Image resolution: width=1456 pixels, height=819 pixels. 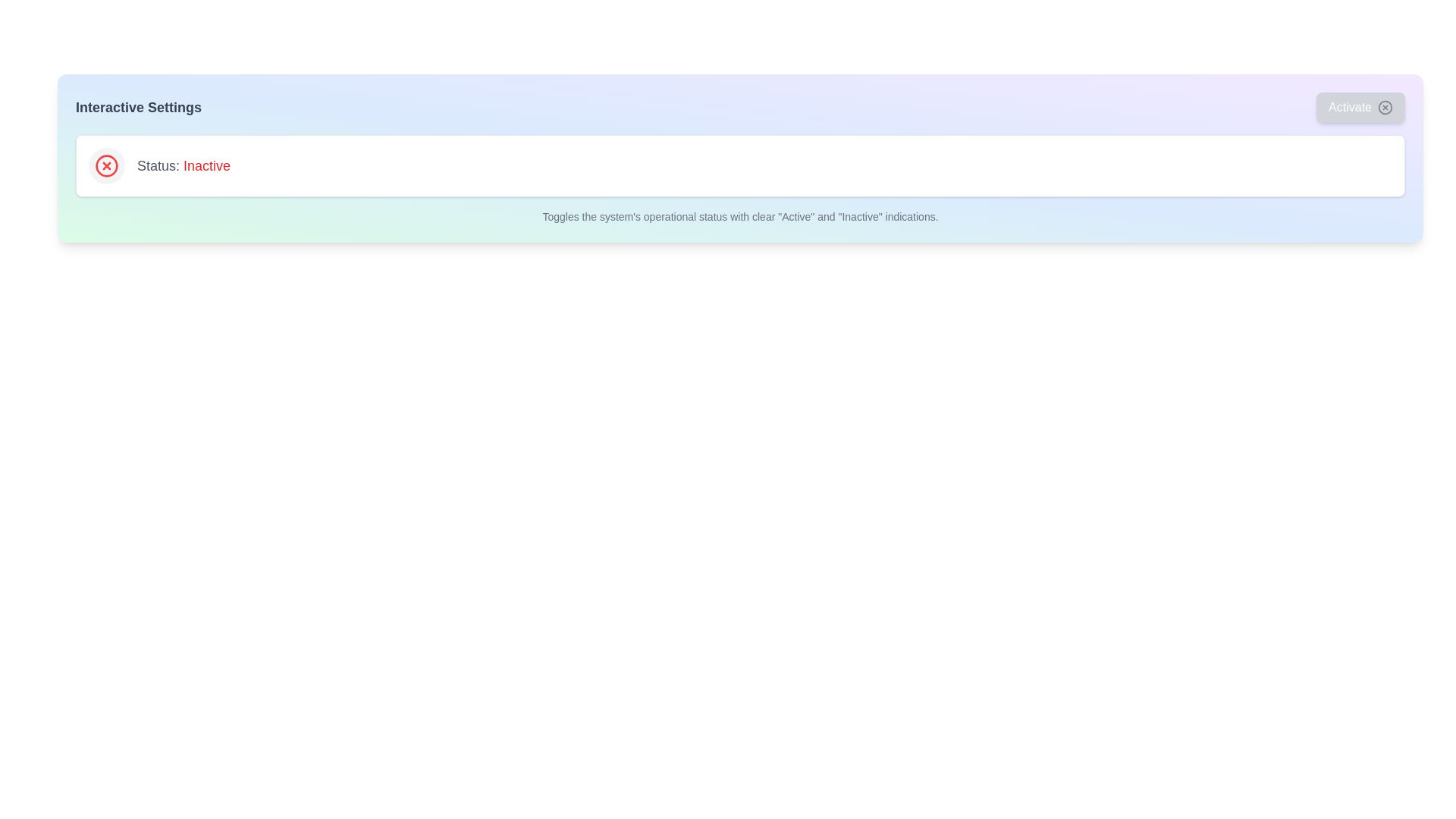 What do you see at coordinates (1360, 107) in the screenshot?
I see `the 'Activate' button with a gray background and rounded corners, positioned in the top-right corner of the 'Interactive Settings' section` at bounding box center [1360, 107].